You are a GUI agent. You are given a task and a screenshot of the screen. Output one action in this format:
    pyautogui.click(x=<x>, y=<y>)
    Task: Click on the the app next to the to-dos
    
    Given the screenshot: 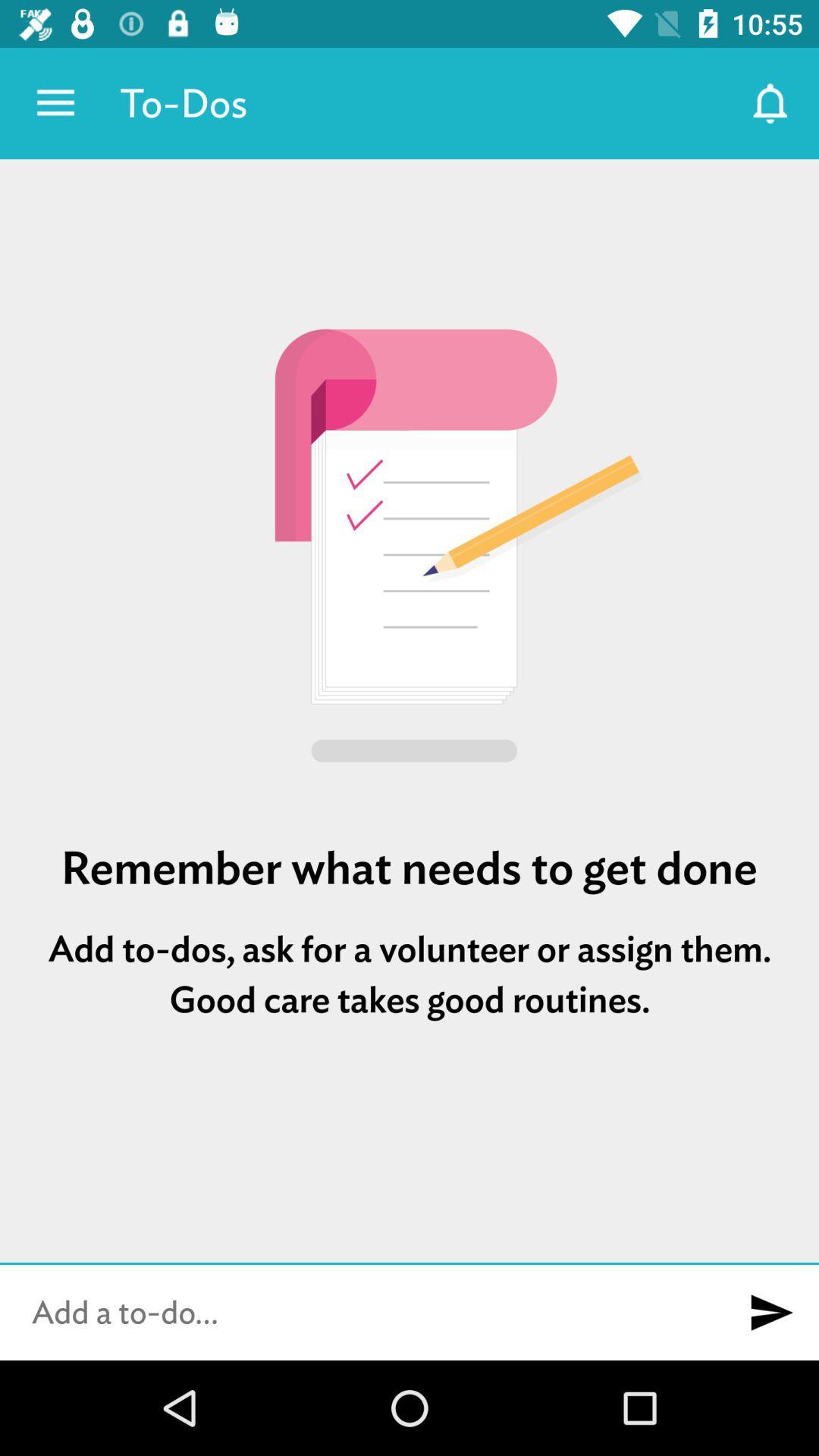 What is the action you would take?
    pyautogui.click(x=771, y=102)
    